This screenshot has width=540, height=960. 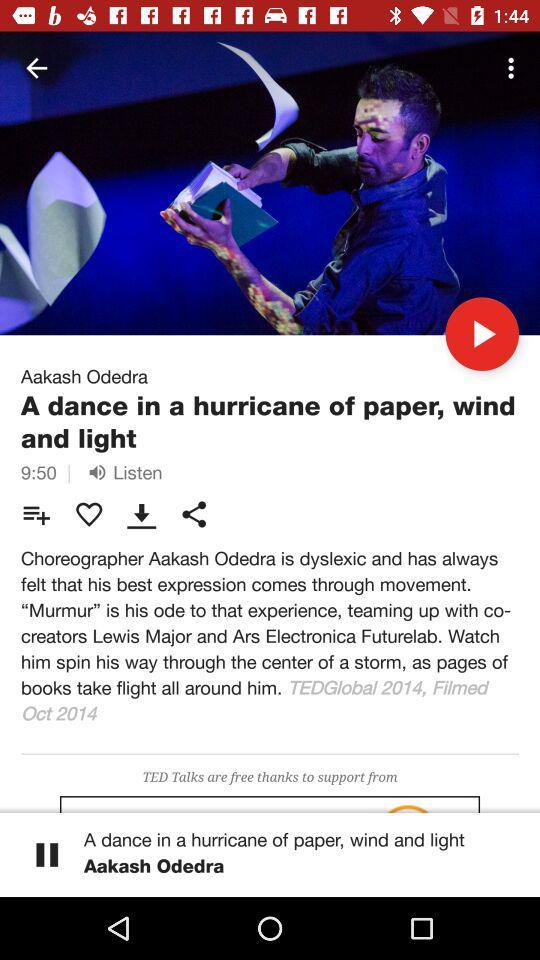 What do you see at coordinates (47, 853) in the screenshot?
I see `the pause option beside aakash odedra` at bounding box center [47, 853].